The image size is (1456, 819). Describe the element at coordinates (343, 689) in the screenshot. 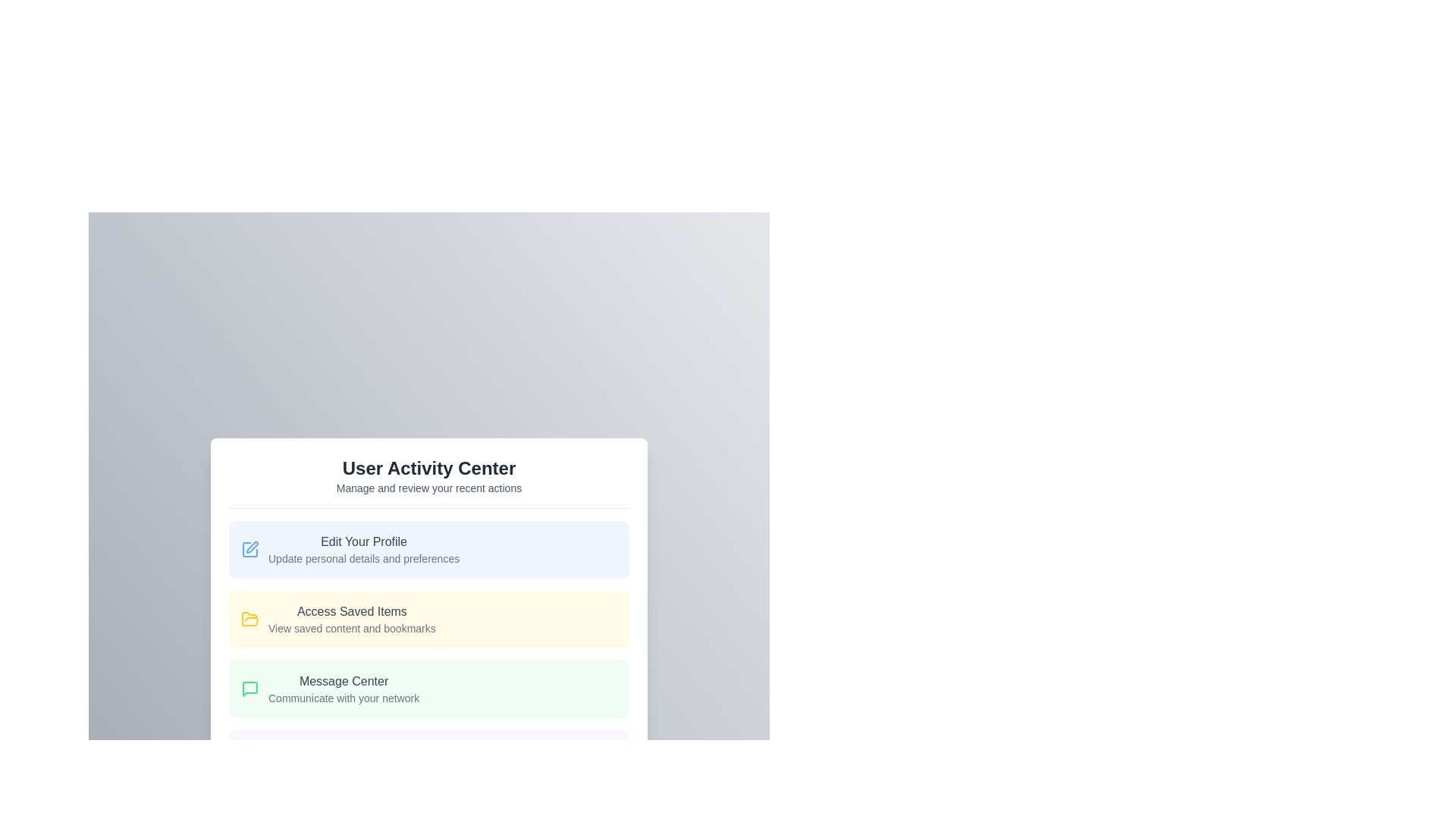

I see `informative text block titled 'Message Center' that describes 'Communicate with your network', located in the third row of the User Activity Center list` at that location.